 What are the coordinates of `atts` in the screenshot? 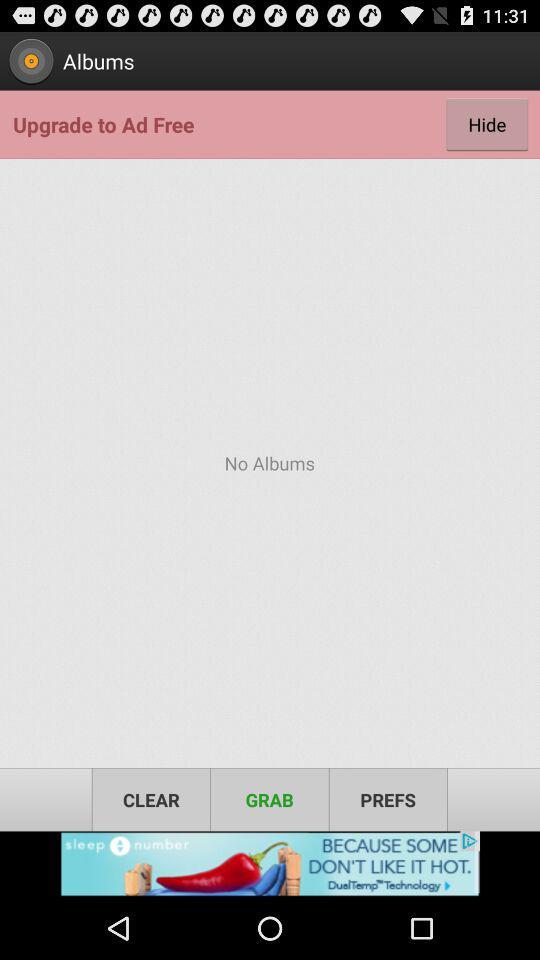 It's located at (270, 863).